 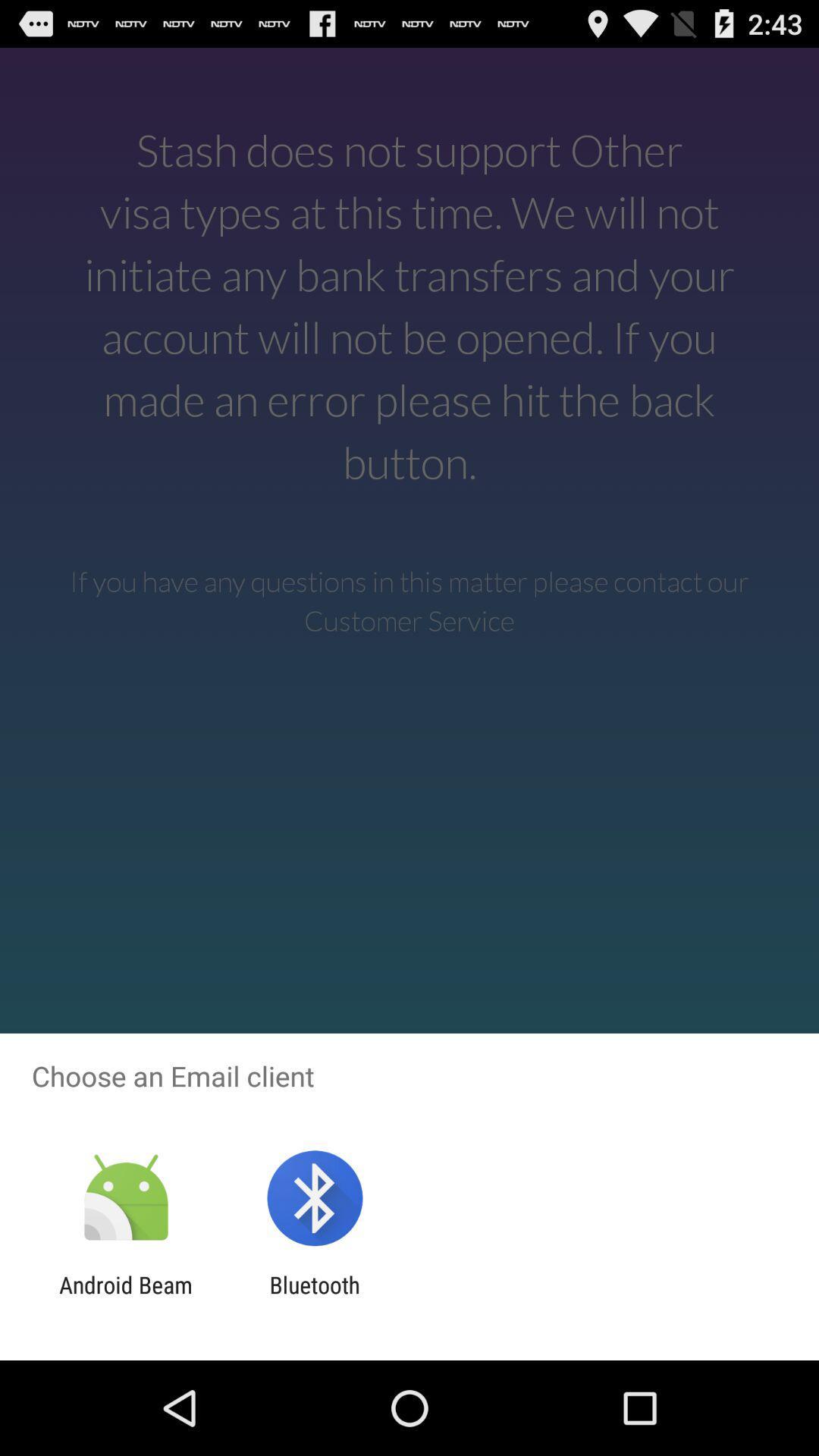 What do you see at coordinates (314, 1298) in the screenshot?
I see `bluetooth item` at bounding box center [314, 1298].